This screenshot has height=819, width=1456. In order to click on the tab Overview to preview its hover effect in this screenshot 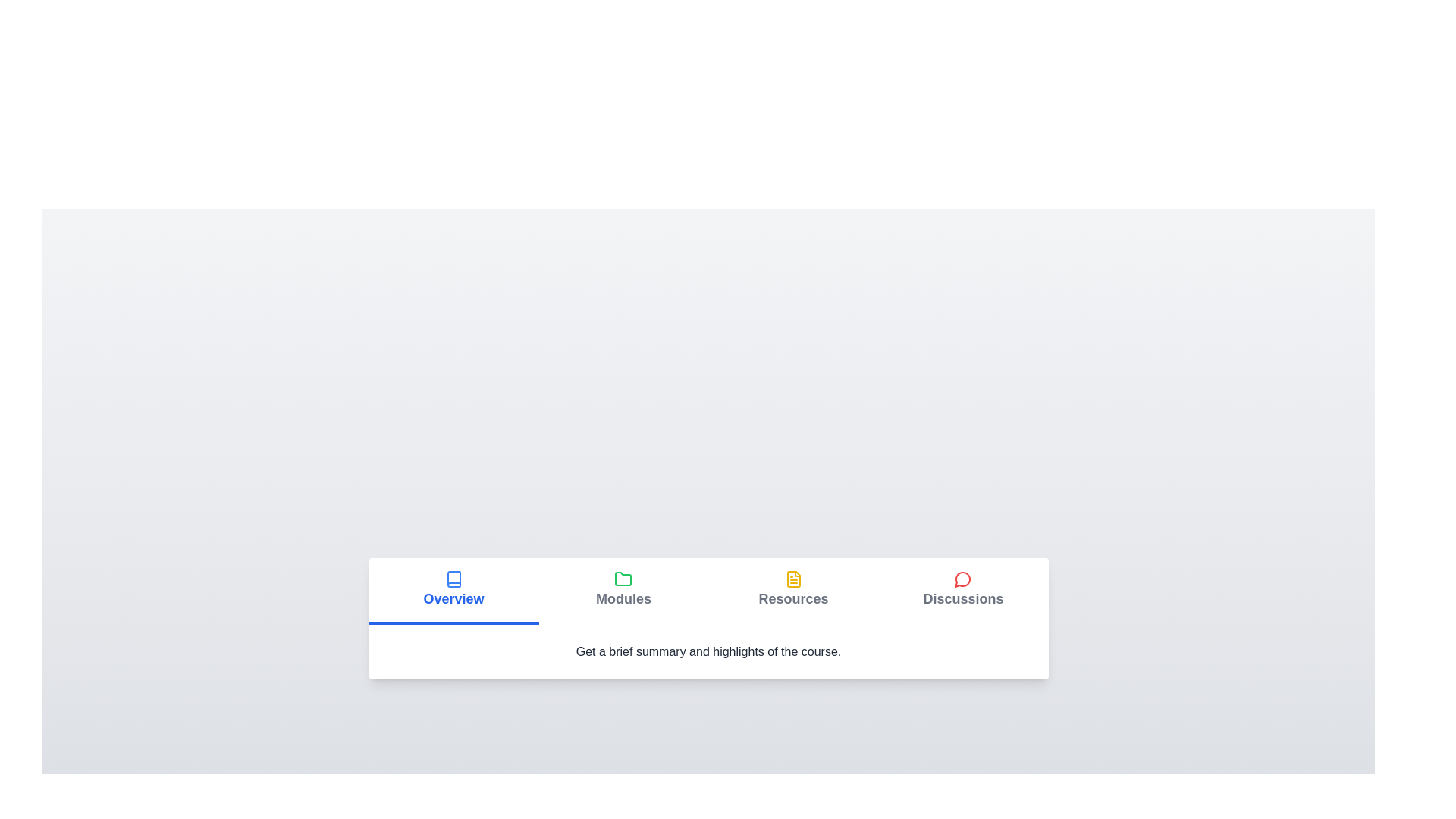, I will do `click(453, 590)`.